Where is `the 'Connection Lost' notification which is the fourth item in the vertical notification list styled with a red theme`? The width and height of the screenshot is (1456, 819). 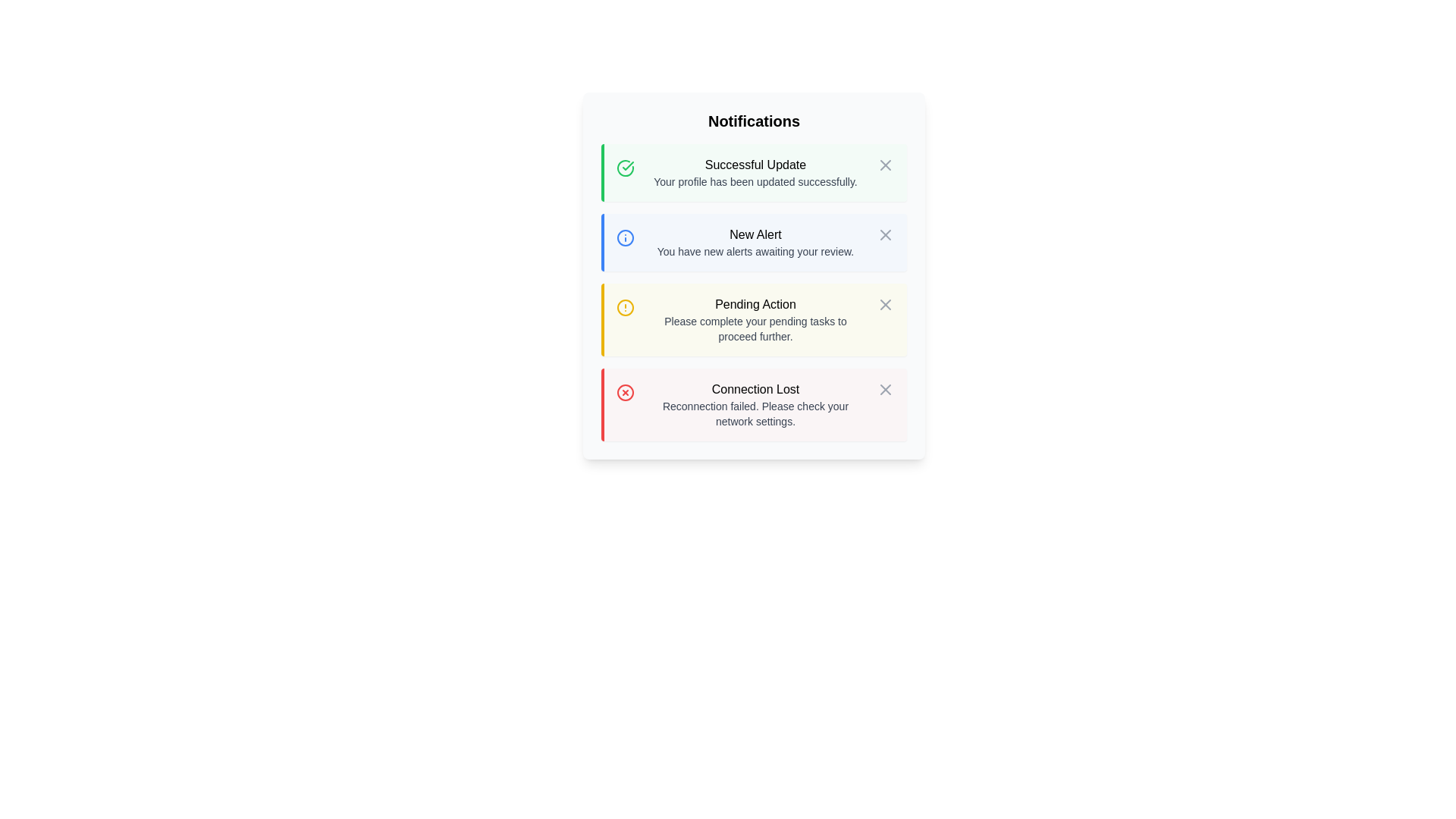 the 'Connection Lost' notification which is the fourth item in the vertical notification list styled with a red theme is located at coordinates (755, 403).